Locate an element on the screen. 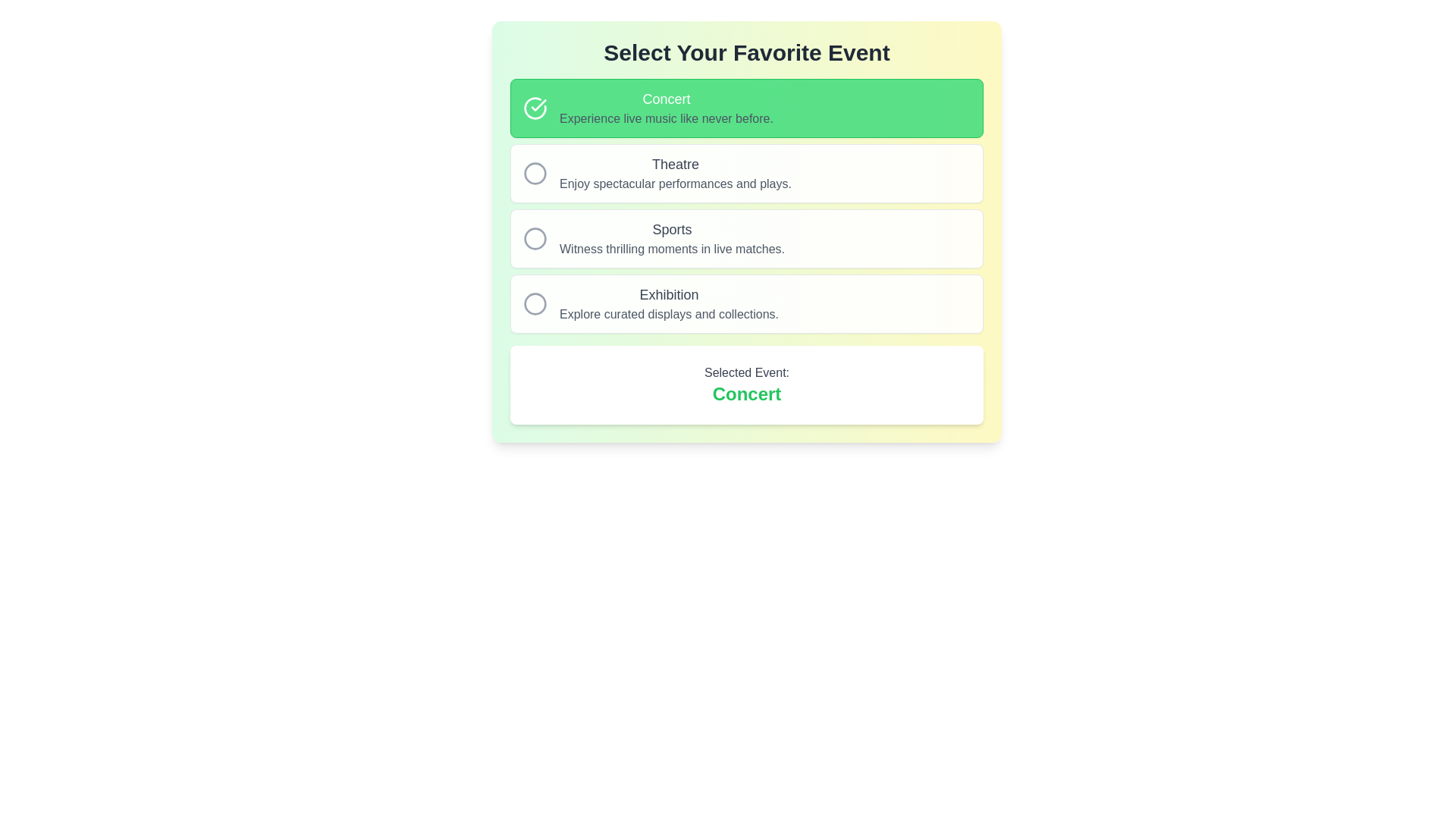  the 'Exhibition' radio button option with accompanying description text is located at coordinates (746, 304).